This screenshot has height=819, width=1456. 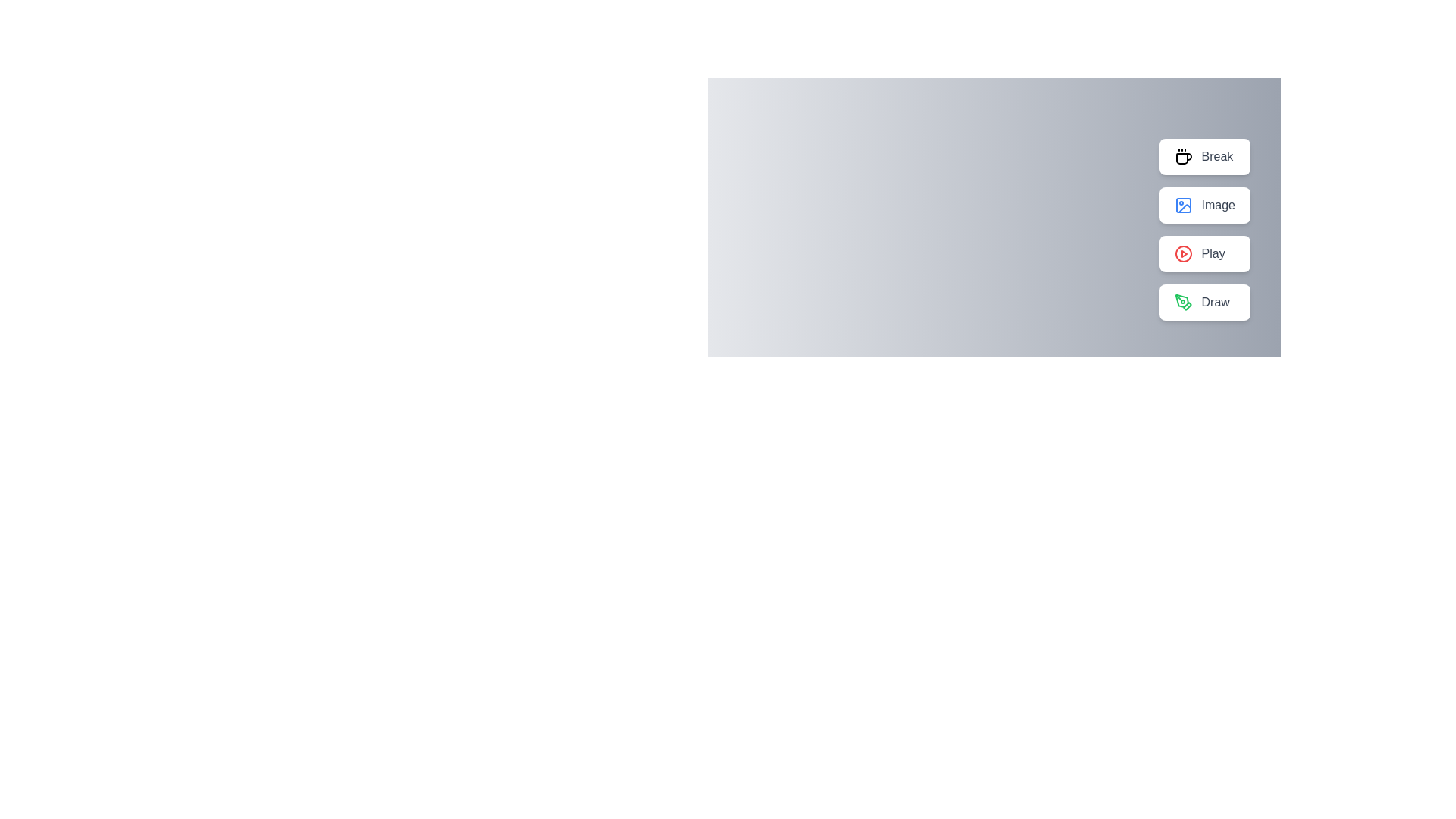 What do you see at coordinates (1203, 205) in the screenshot?
I see `the button labeled Image to inspect its icon and label` at bounding box center [1203, 205].